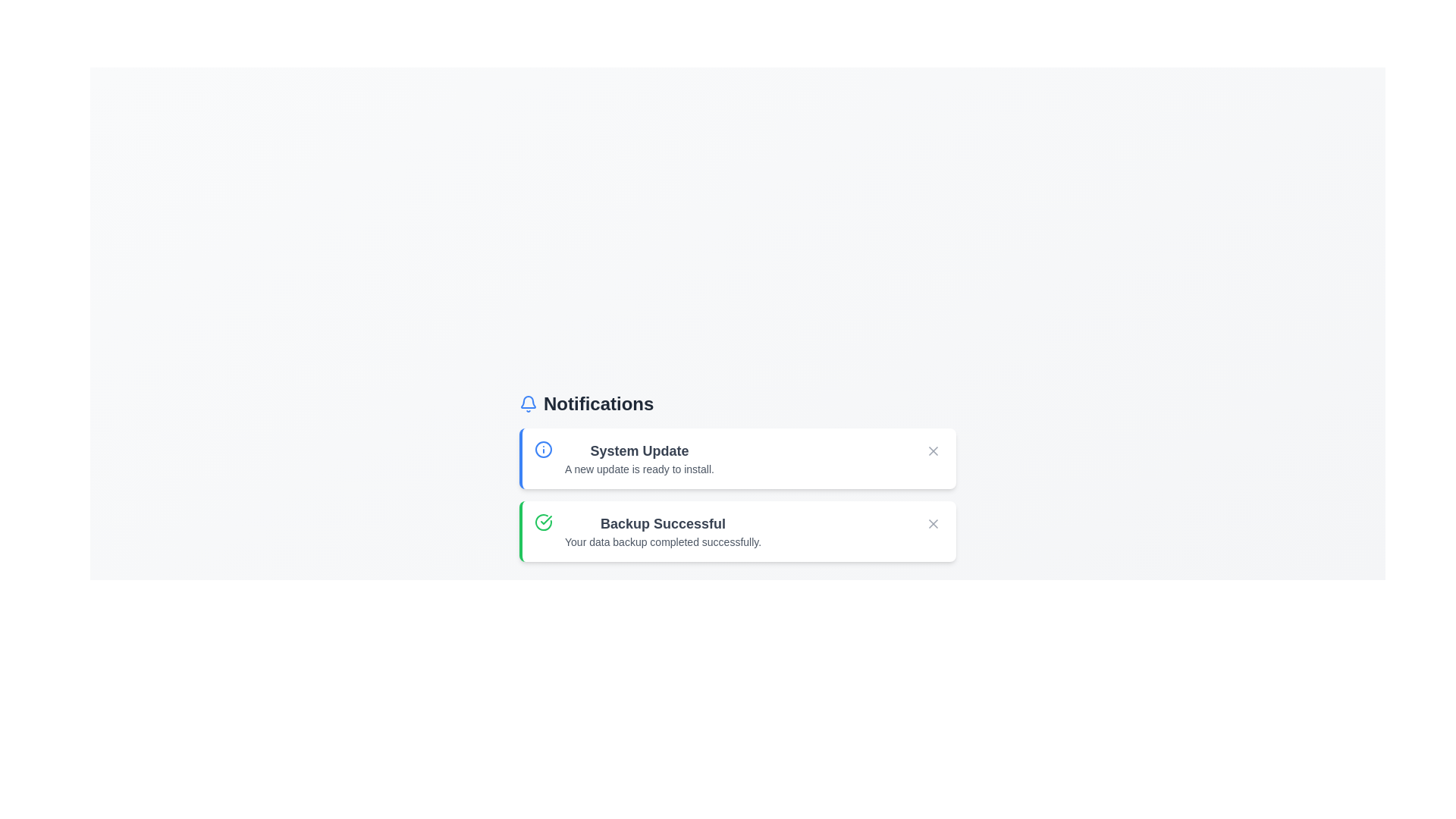 This screenshot has width=1456, height=819. I want to click on the close button located at the top-right corner of the 'Backup Successful' notification card to change its color to red, so click(932, 522).